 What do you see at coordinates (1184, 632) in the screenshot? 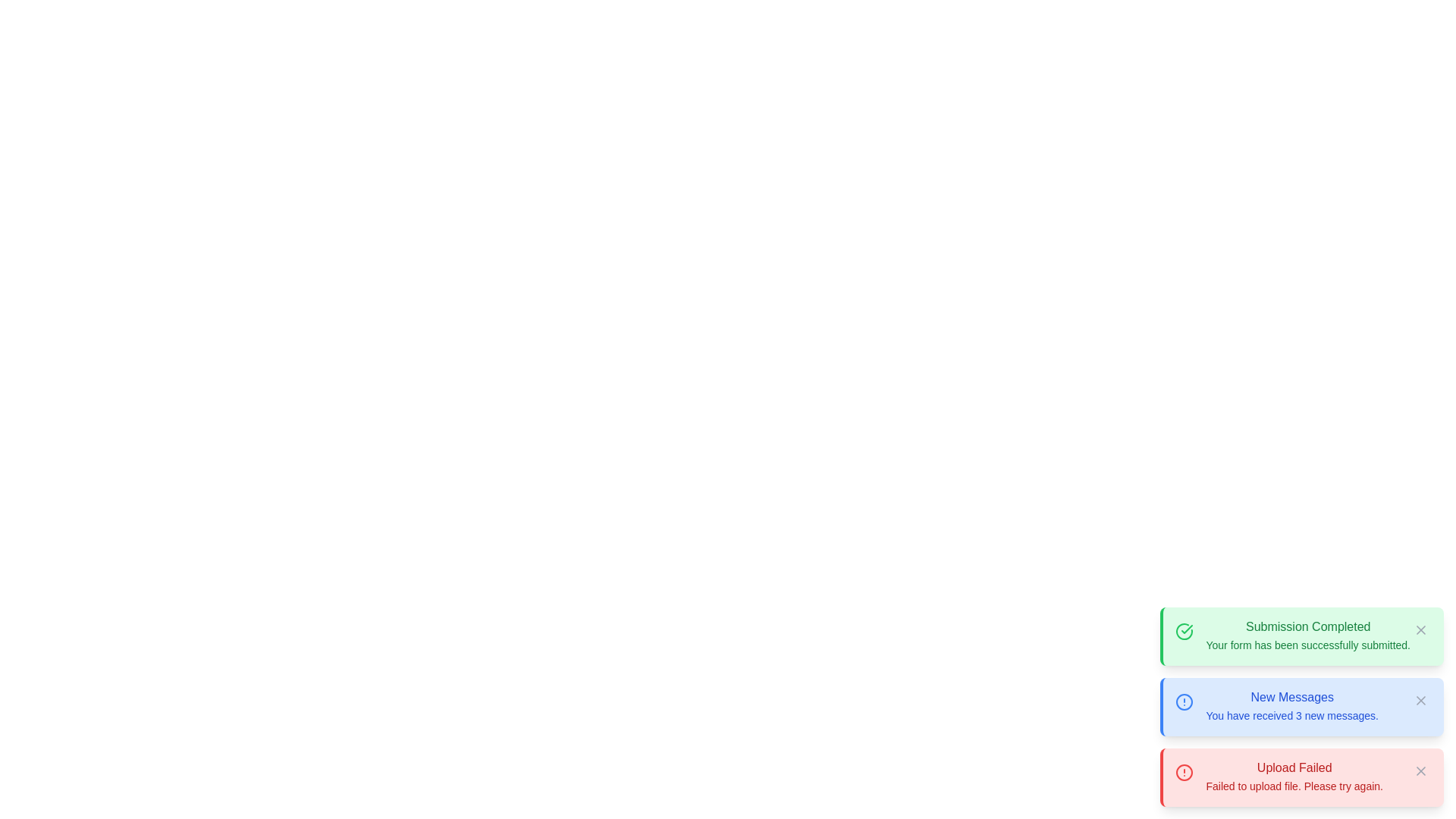
I see `the green circular icon with a checkmark inside, located in the top-left corner of the 'Submission Completed' message box` at bounding box center [1184, 632].